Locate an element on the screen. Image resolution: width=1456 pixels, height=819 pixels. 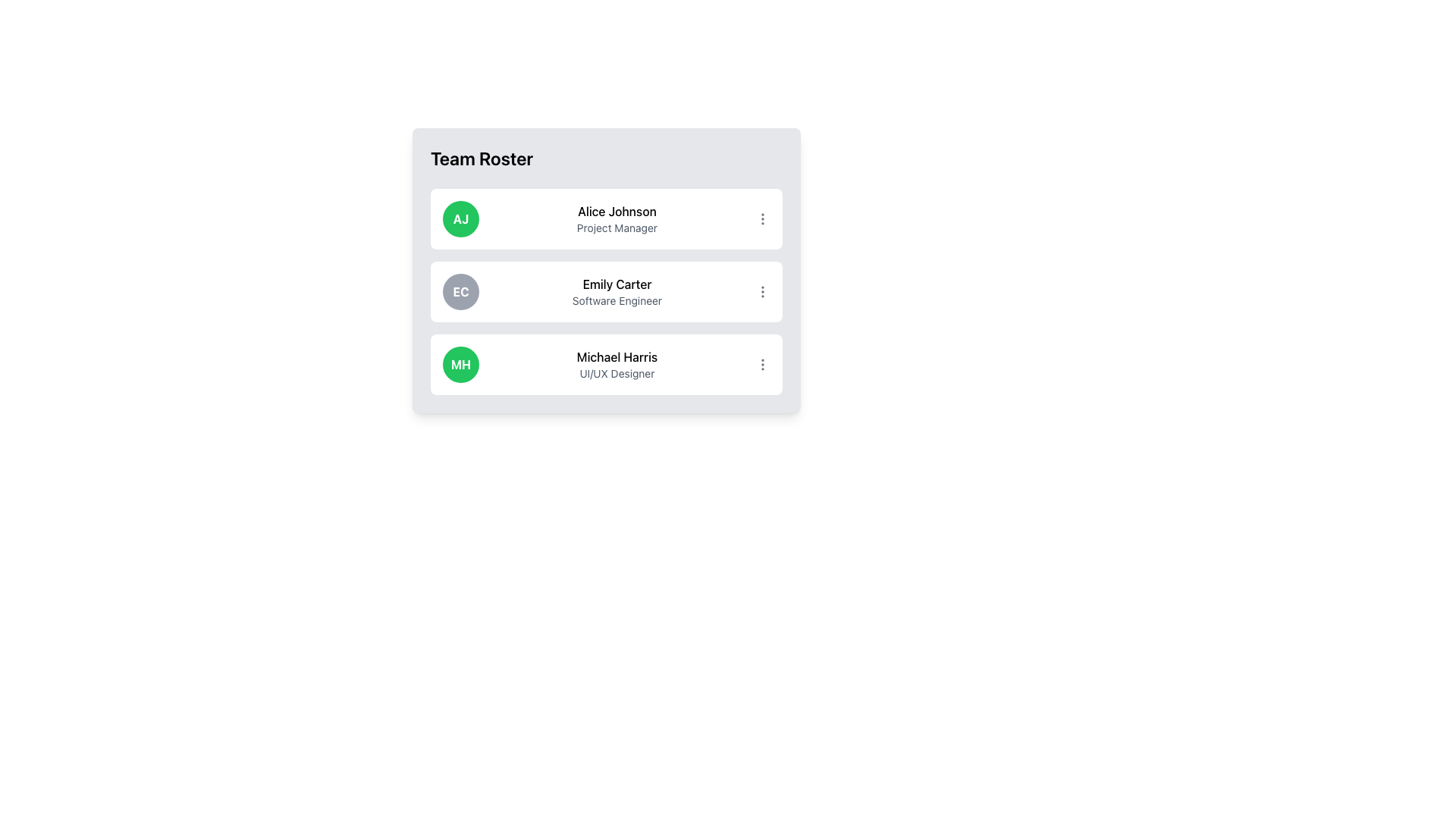
the circular badge with gray background displaying the initials 'EC' in white, bold text, located to the left of 'Emily Carter' in the 'Team Roster' list is located at coordinates (460, 292).